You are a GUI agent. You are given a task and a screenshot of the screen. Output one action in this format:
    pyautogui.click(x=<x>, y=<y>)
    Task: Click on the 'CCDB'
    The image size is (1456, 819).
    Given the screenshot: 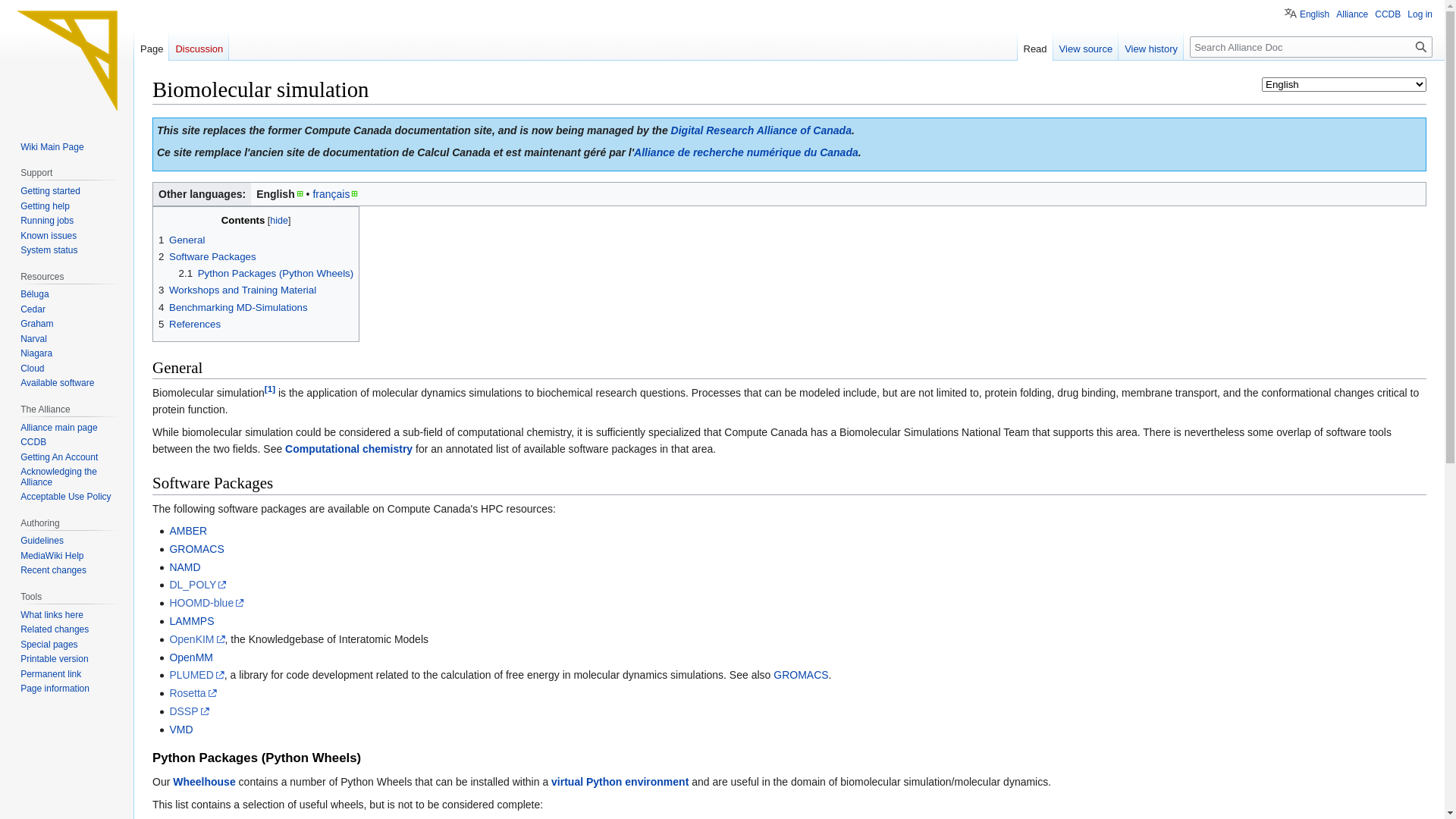 What is the action you would take?
    pyautogui.click(x=1387, y=14)
    